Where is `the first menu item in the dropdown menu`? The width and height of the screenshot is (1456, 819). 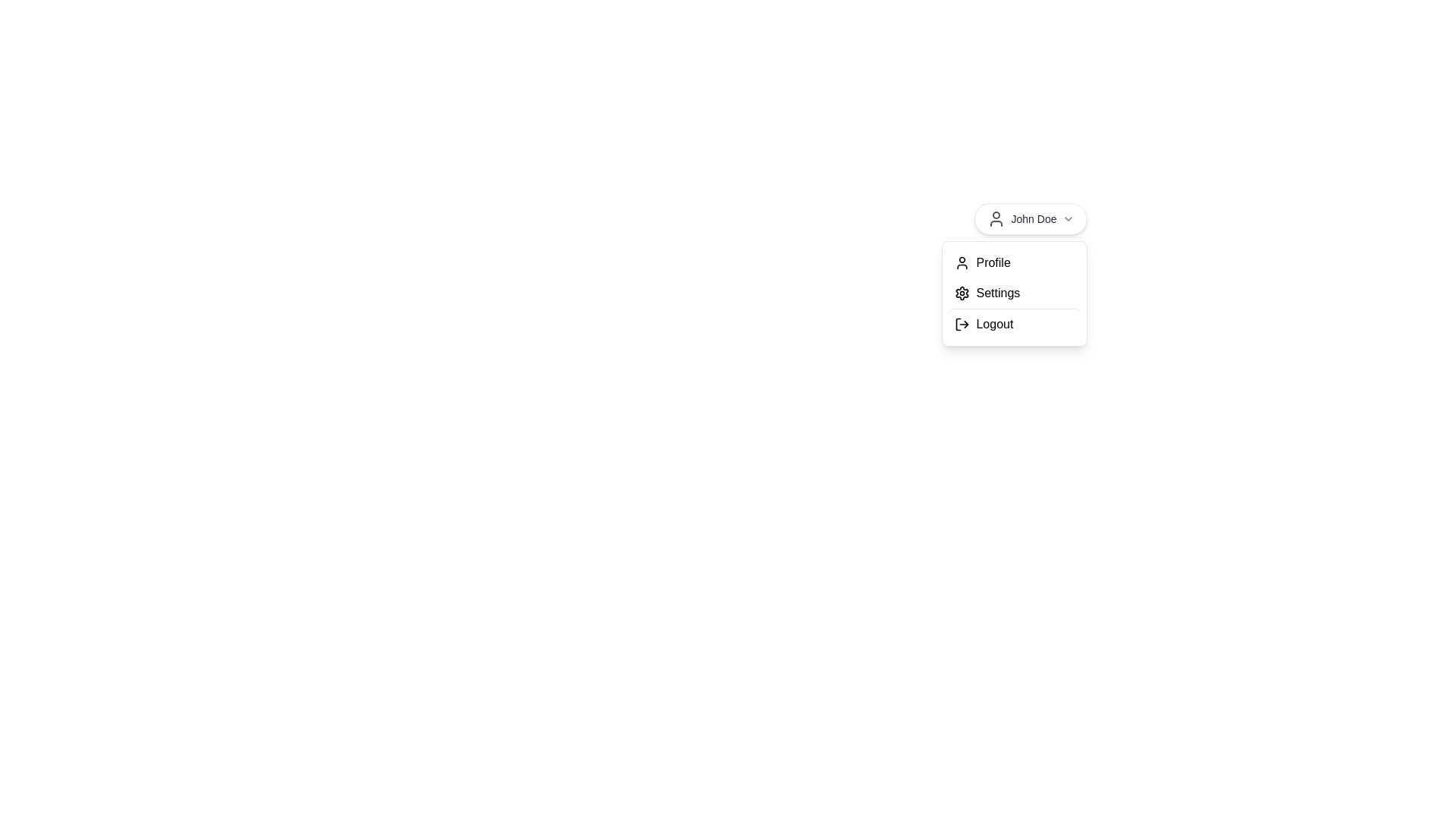 the first menu item in the dropdown menu is located at coordinates (1015, 262).